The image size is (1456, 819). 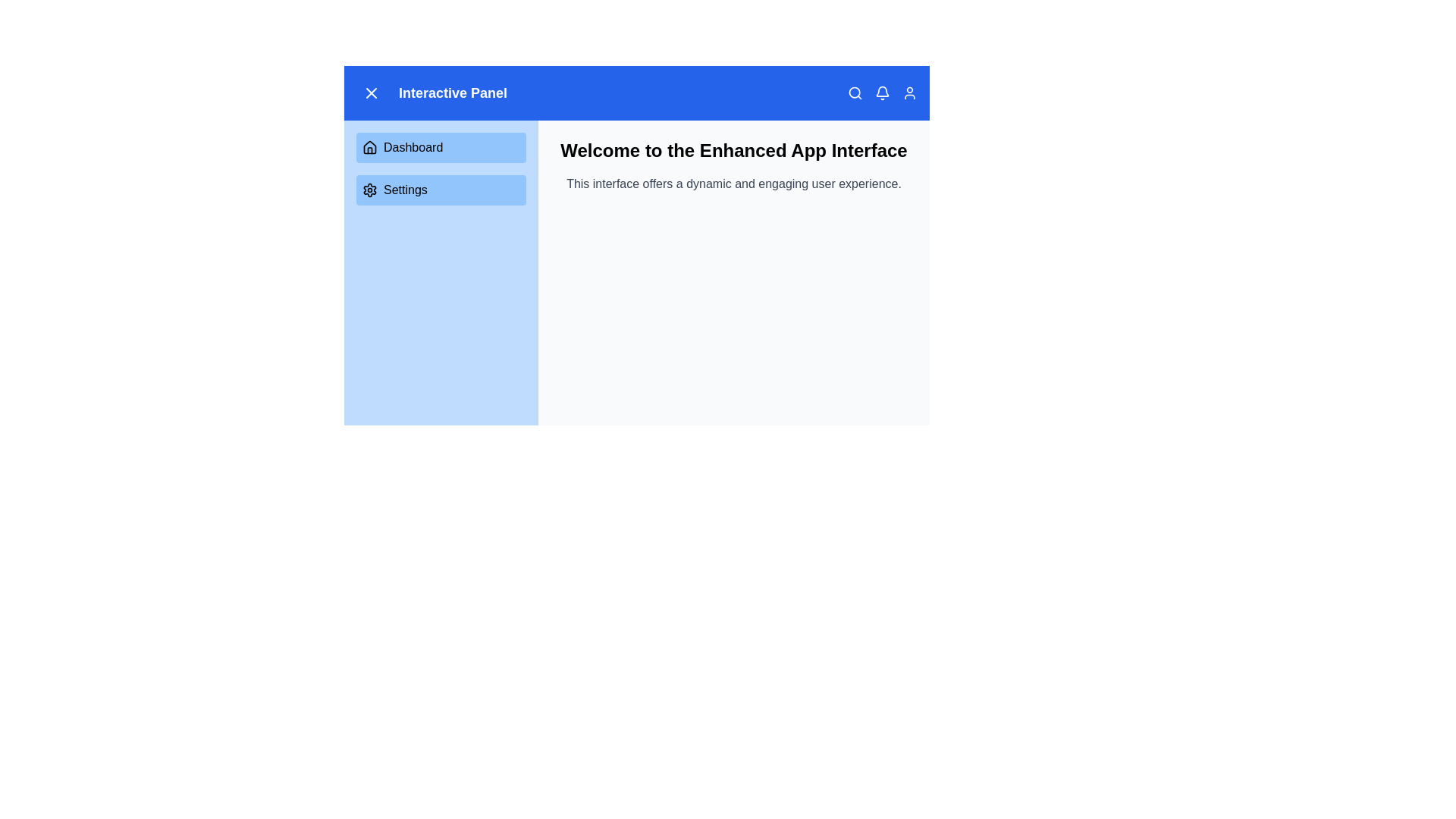 What do you see at coordinates (431, 93) in the screenshot?
I see `the static label displaying the name of the current panel located in the top-left section of the blue header bar, positioned to the right of the close icon` at bounding box center [431, 93].